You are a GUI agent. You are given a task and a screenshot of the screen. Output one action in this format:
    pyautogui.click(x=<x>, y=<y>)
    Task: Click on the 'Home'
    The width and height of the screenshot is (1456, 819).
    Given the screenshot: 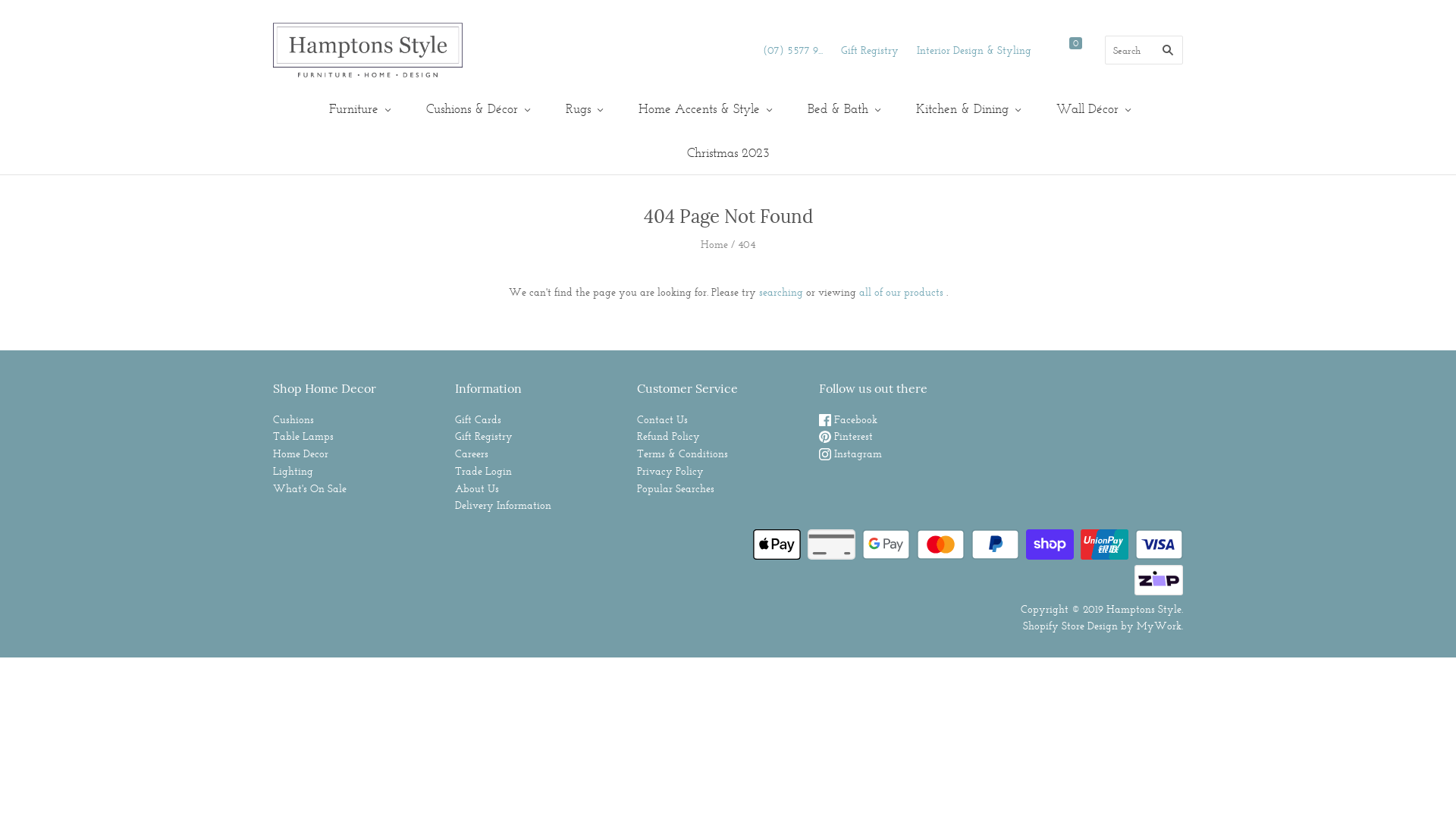 What is the action you would take?
    pyautogui.click(x=713, y=243)
    